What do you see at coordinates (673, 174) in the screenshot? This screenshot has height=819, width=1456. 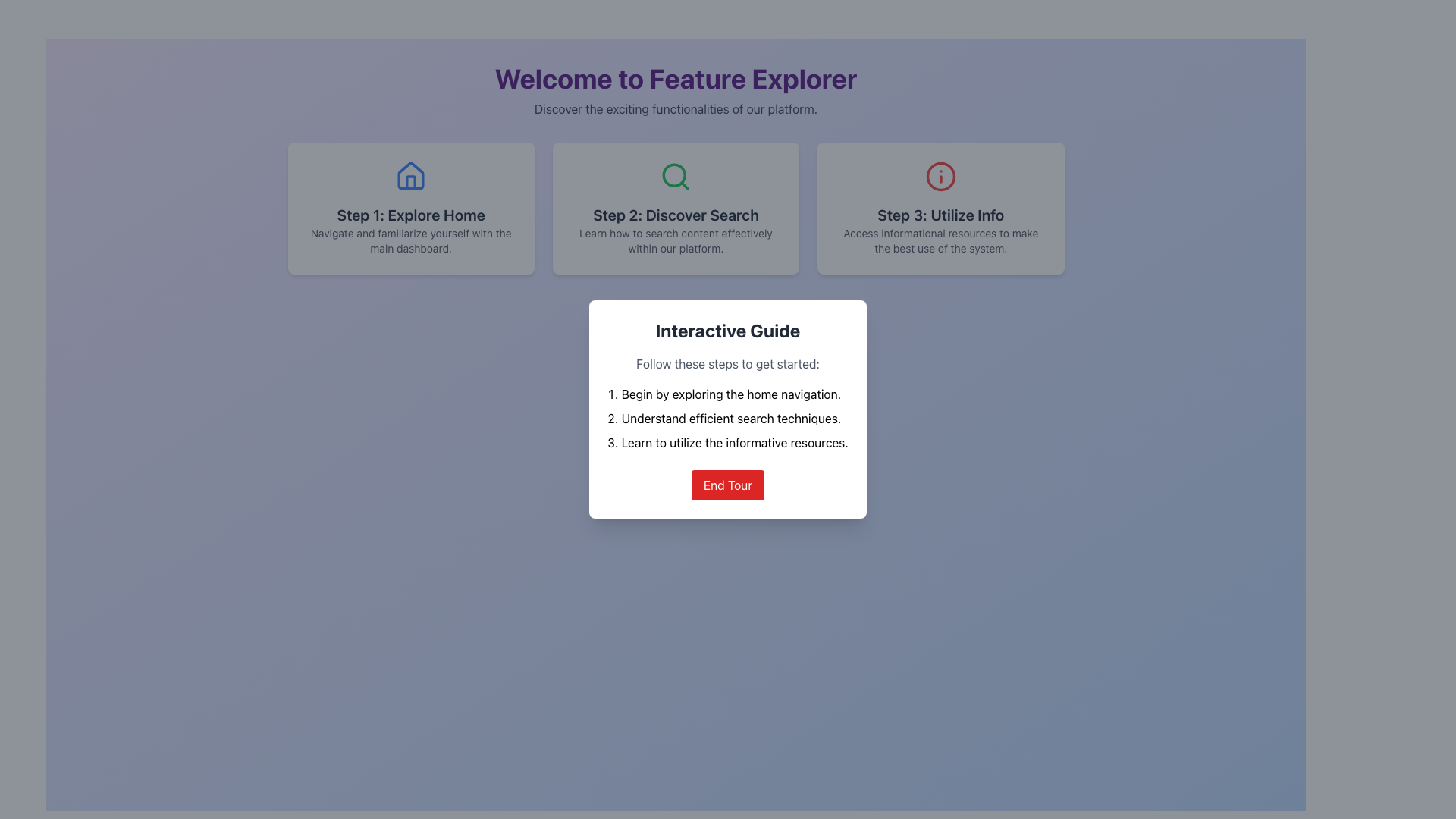 I see `the SVG circle element that is centrally positioned within the green border of the magnifying glass icon in the second step of the interface's feature explorer section` at bounding box center [673, 174].